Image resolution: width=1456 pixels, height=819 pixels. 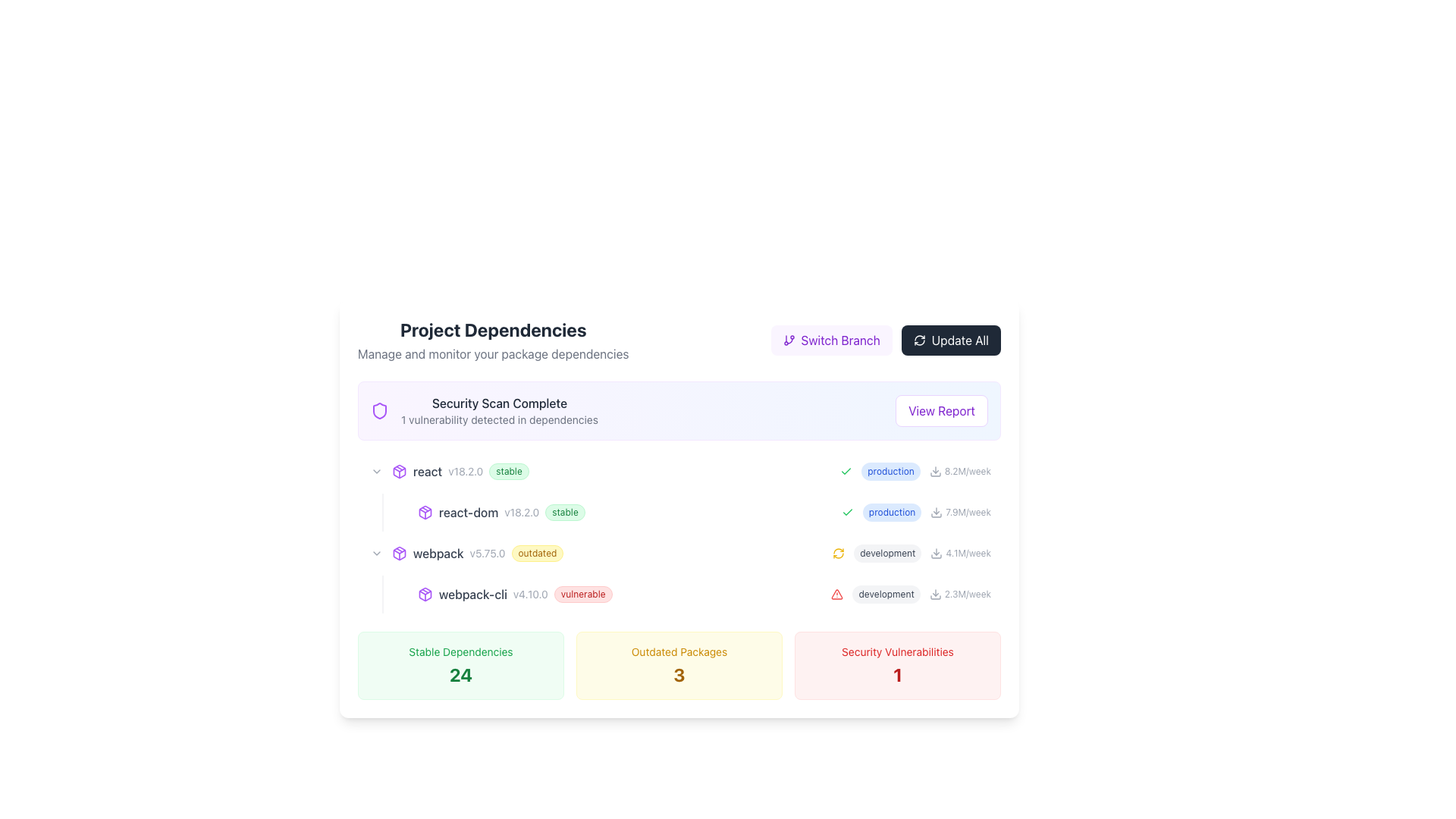 I want to click on the visual representation of the download icon, which features a downward-pointing arrow into a horizontal line, located adjacent to the text '4.1M/week', so click(x=936, y=553).